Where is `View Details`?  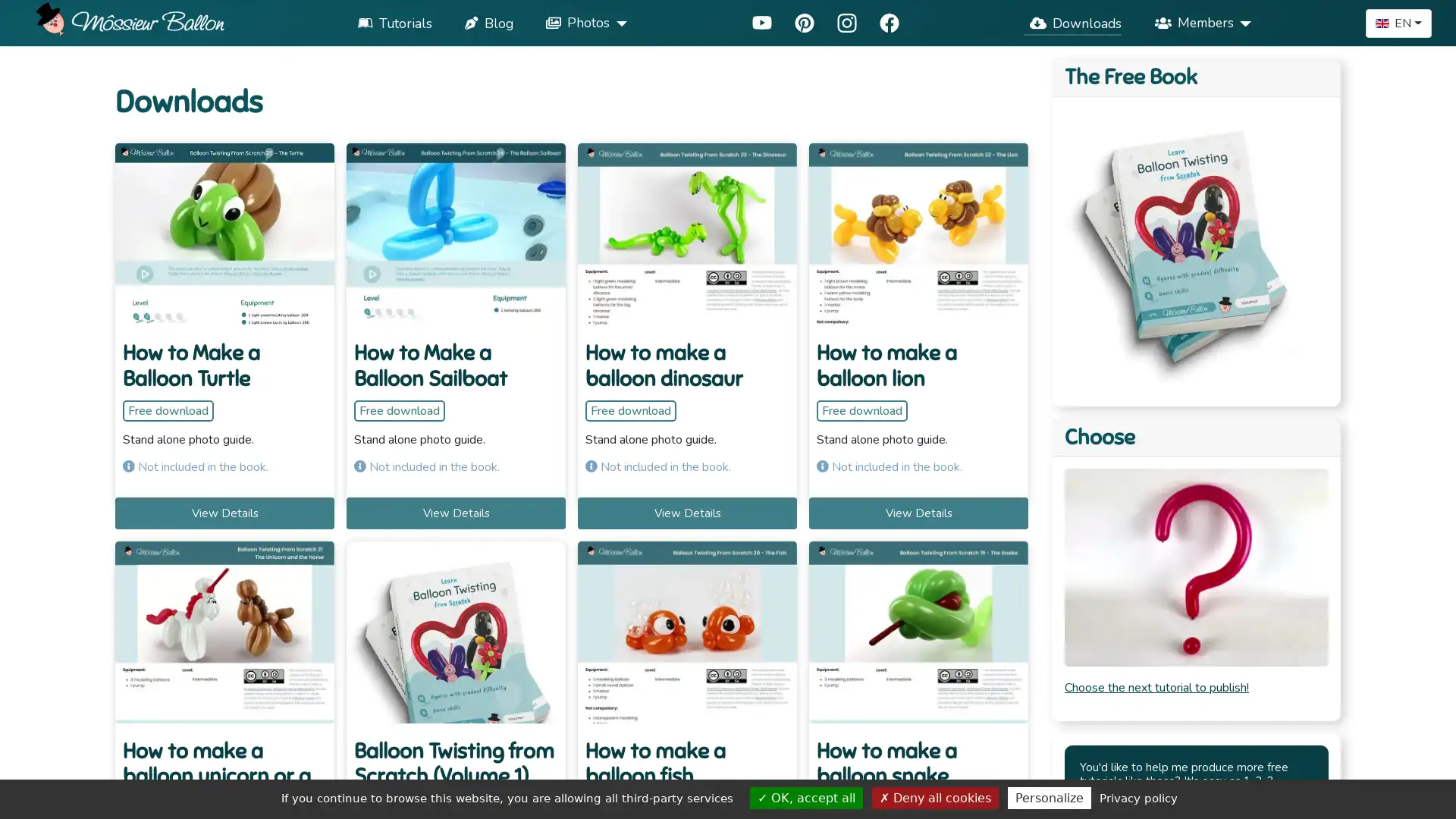
View Details is located at coordinates (455, 512).